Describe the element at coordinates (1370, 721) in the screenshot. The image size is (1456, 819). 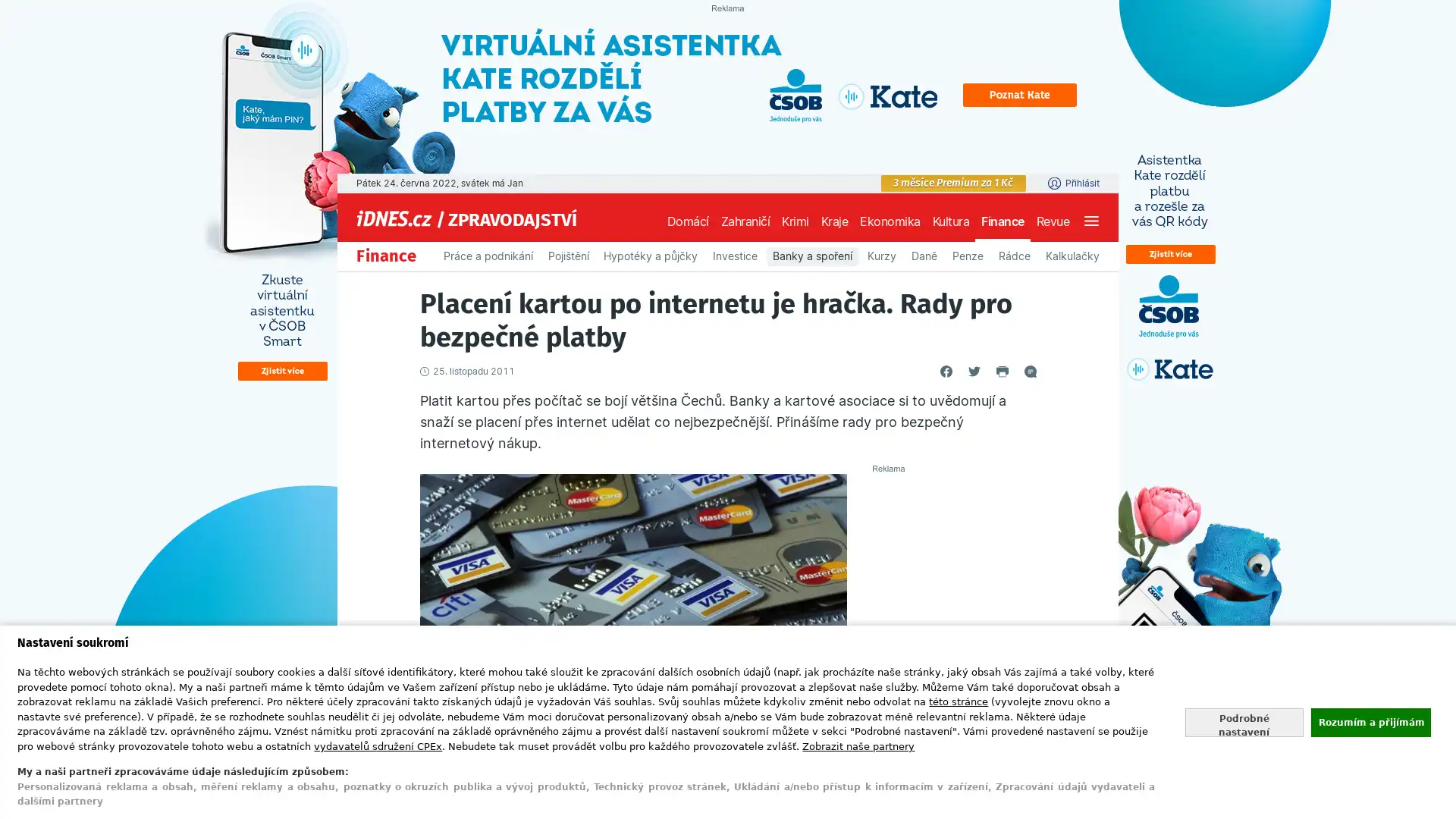
I see `Souhlasit s nasim zpracovanim udaju a zavrit` at that location.